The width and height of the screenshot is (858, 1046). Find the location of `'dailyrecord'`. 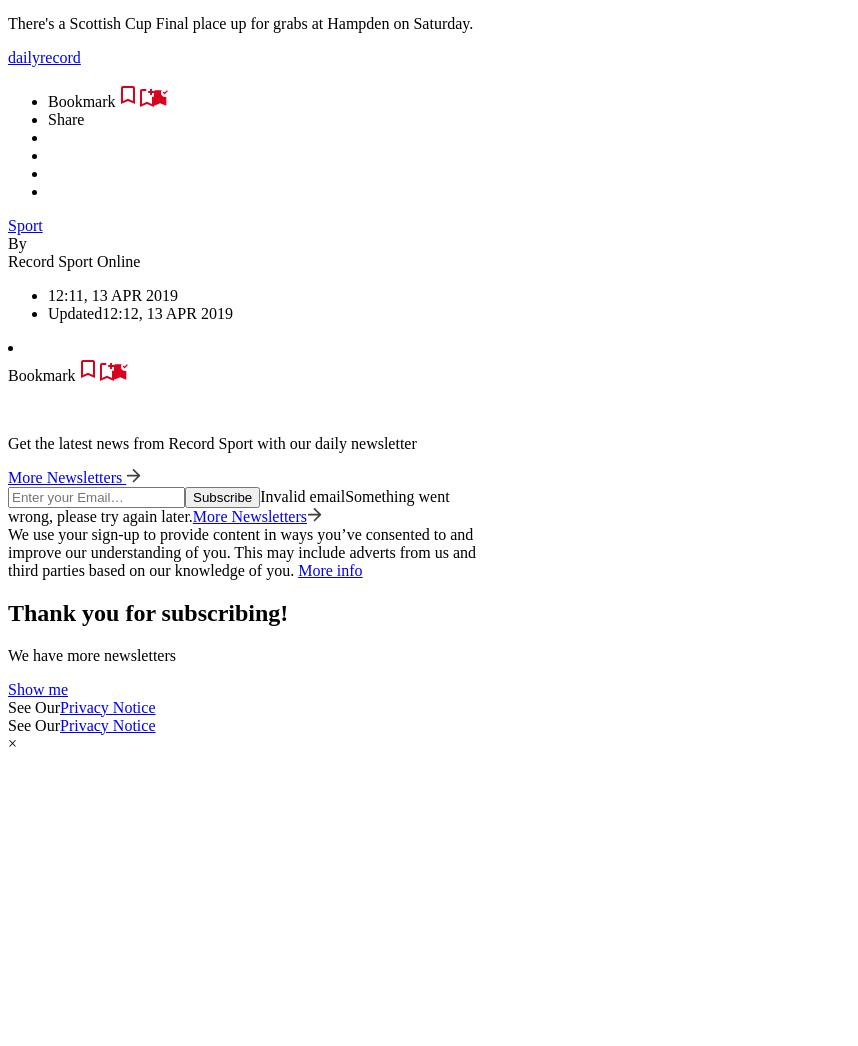

'dailyrecord' is located at coordinates (43, 56).